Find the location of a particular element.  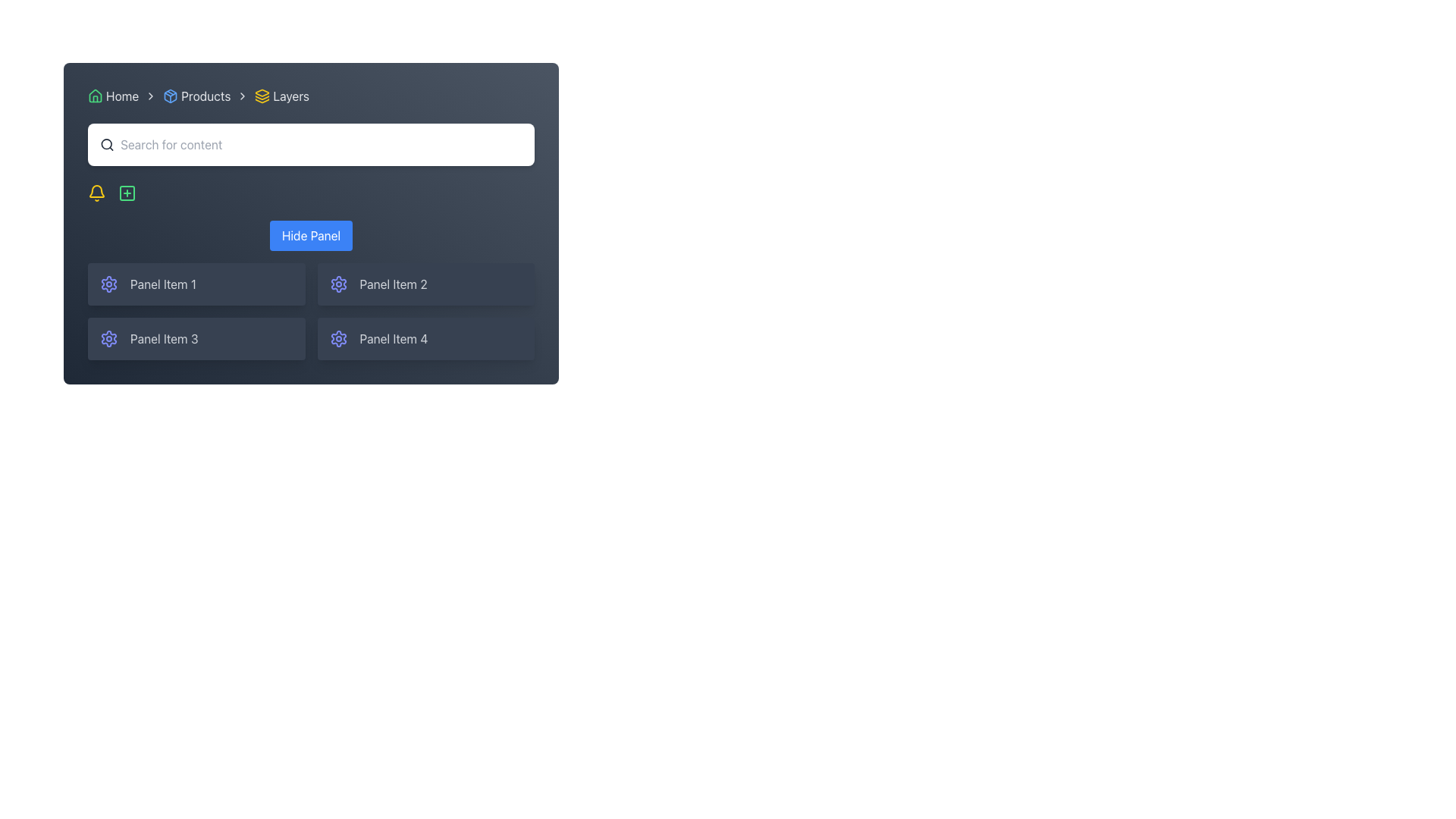

the settings icon located in the bottom-left position of the grid within the 'Panel Item 3' box is located at coordinates (108, 338).